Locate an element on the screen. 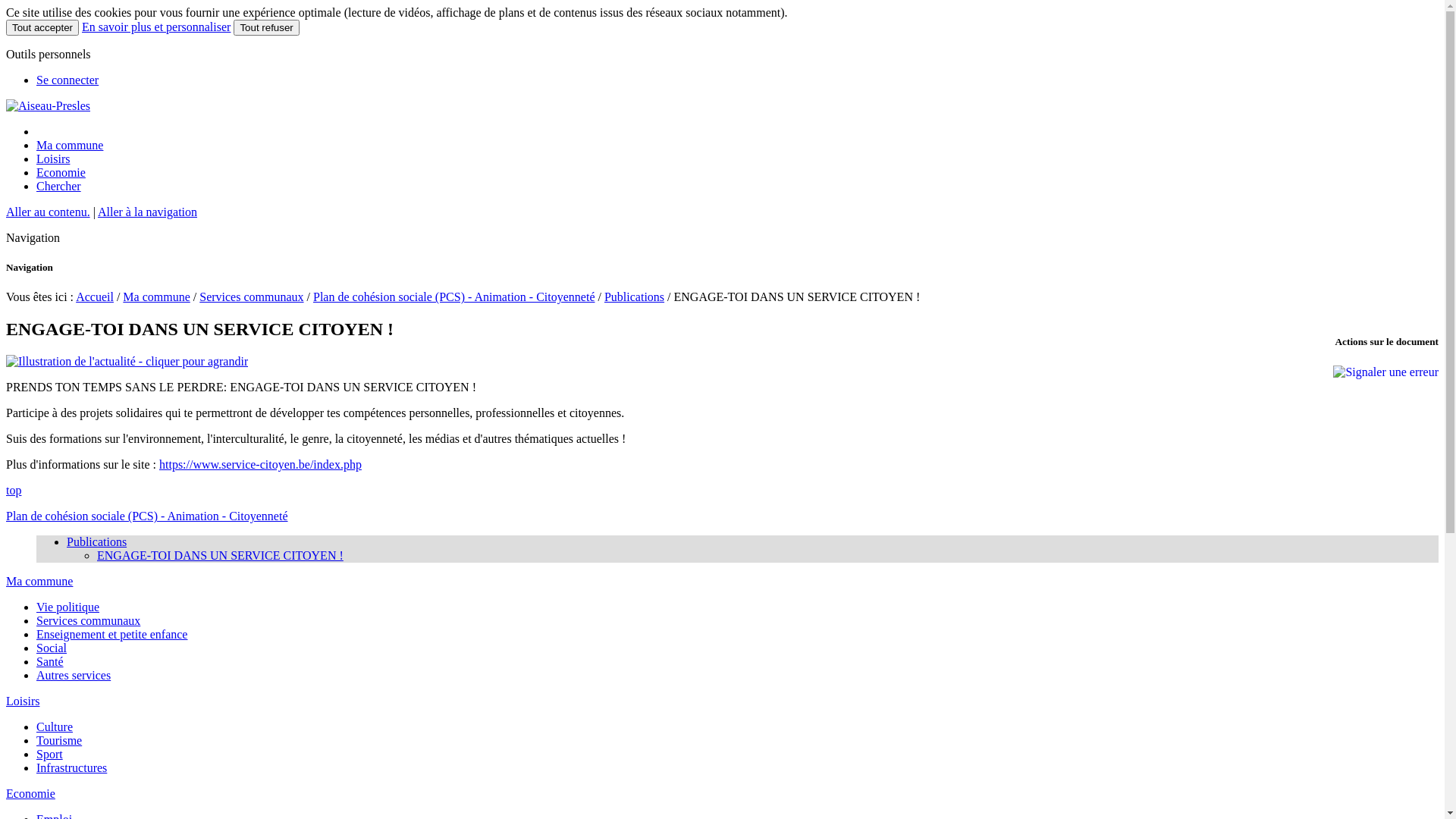  'Social' is located at coordinates (51, 648).